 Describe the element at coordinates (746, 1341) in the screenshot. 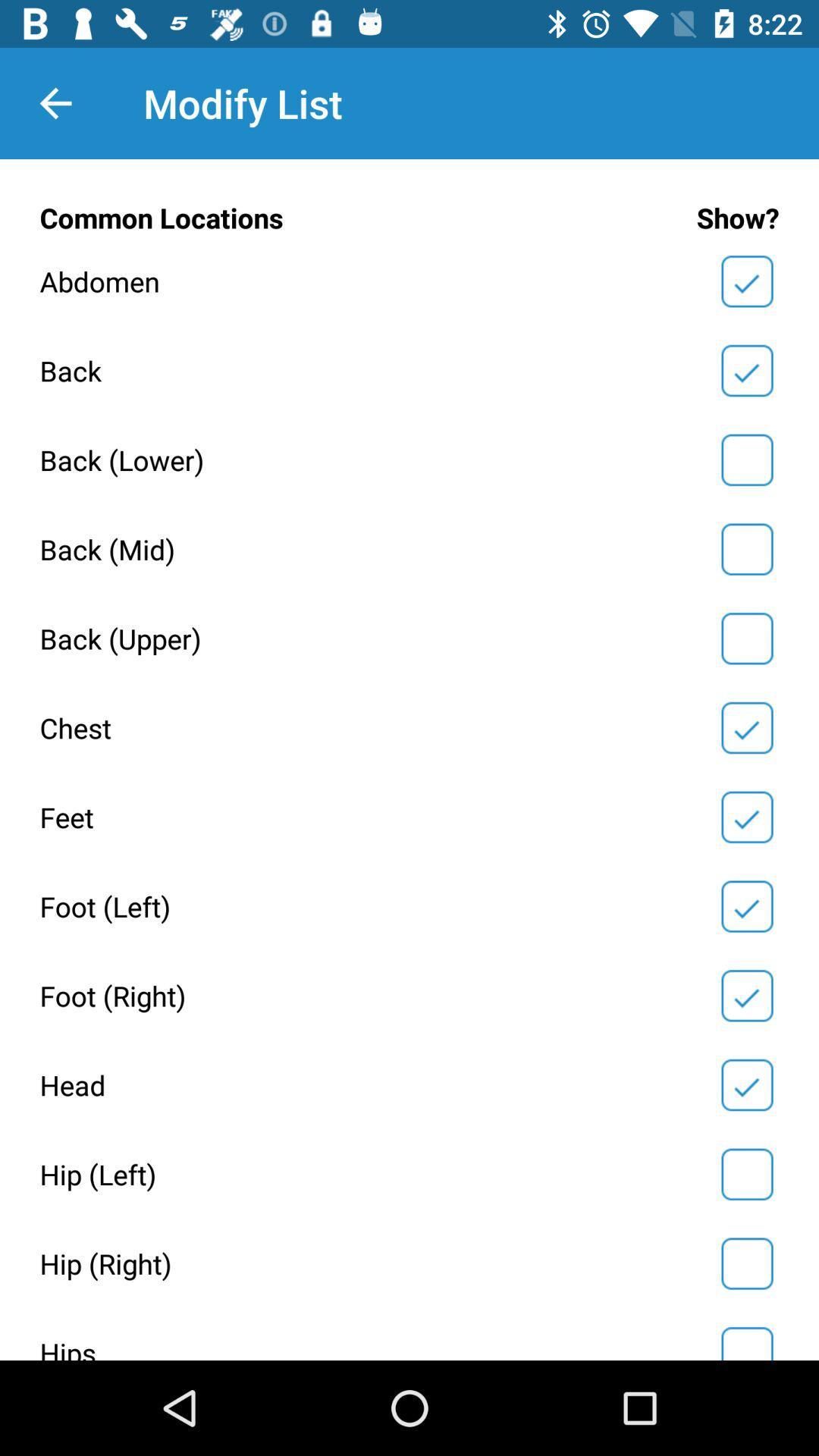

I see `check mark box` at that location.